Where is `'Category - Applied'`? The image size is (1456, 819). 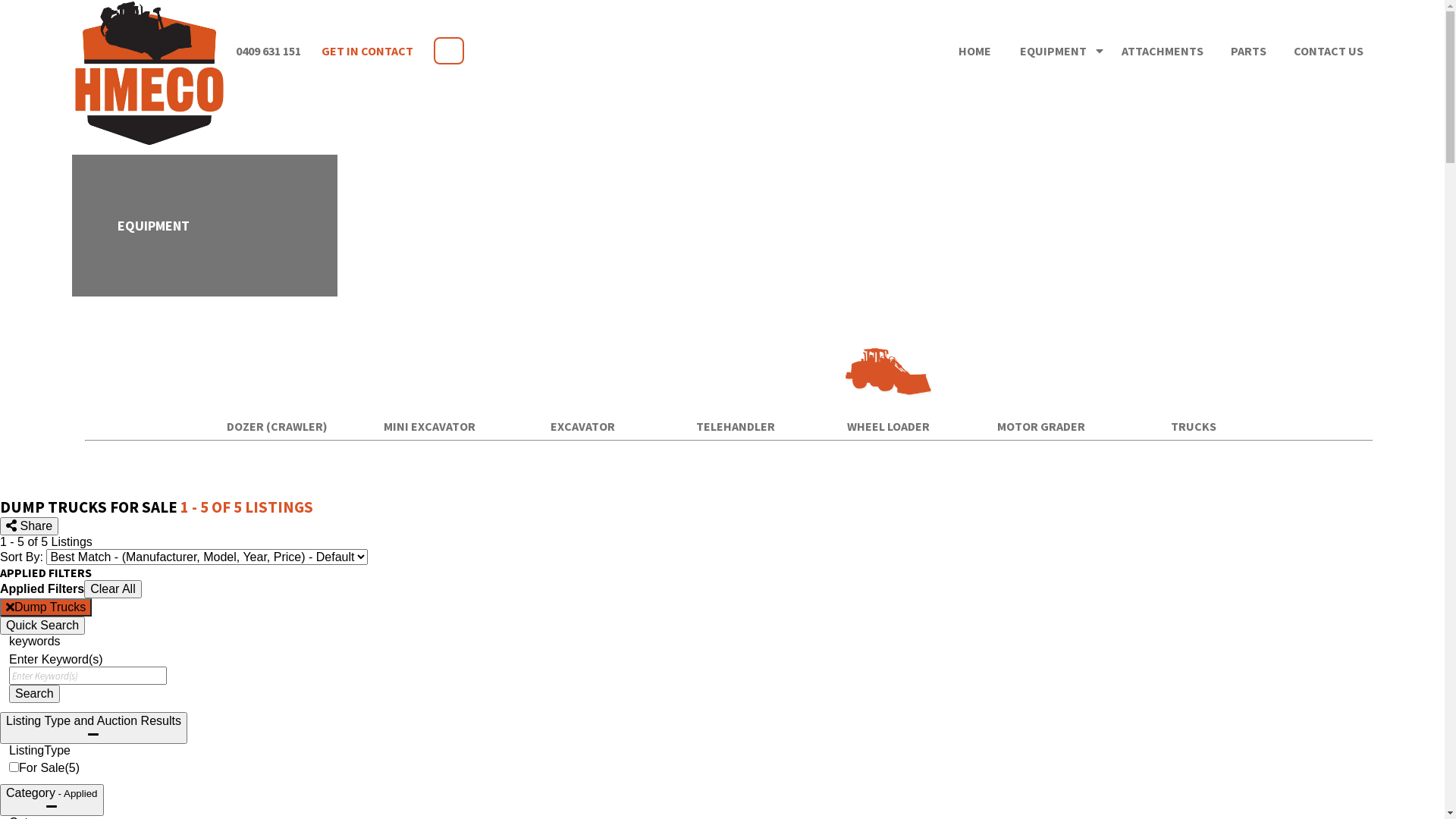 'Category - Applied' is located at coordinates (0, 799).